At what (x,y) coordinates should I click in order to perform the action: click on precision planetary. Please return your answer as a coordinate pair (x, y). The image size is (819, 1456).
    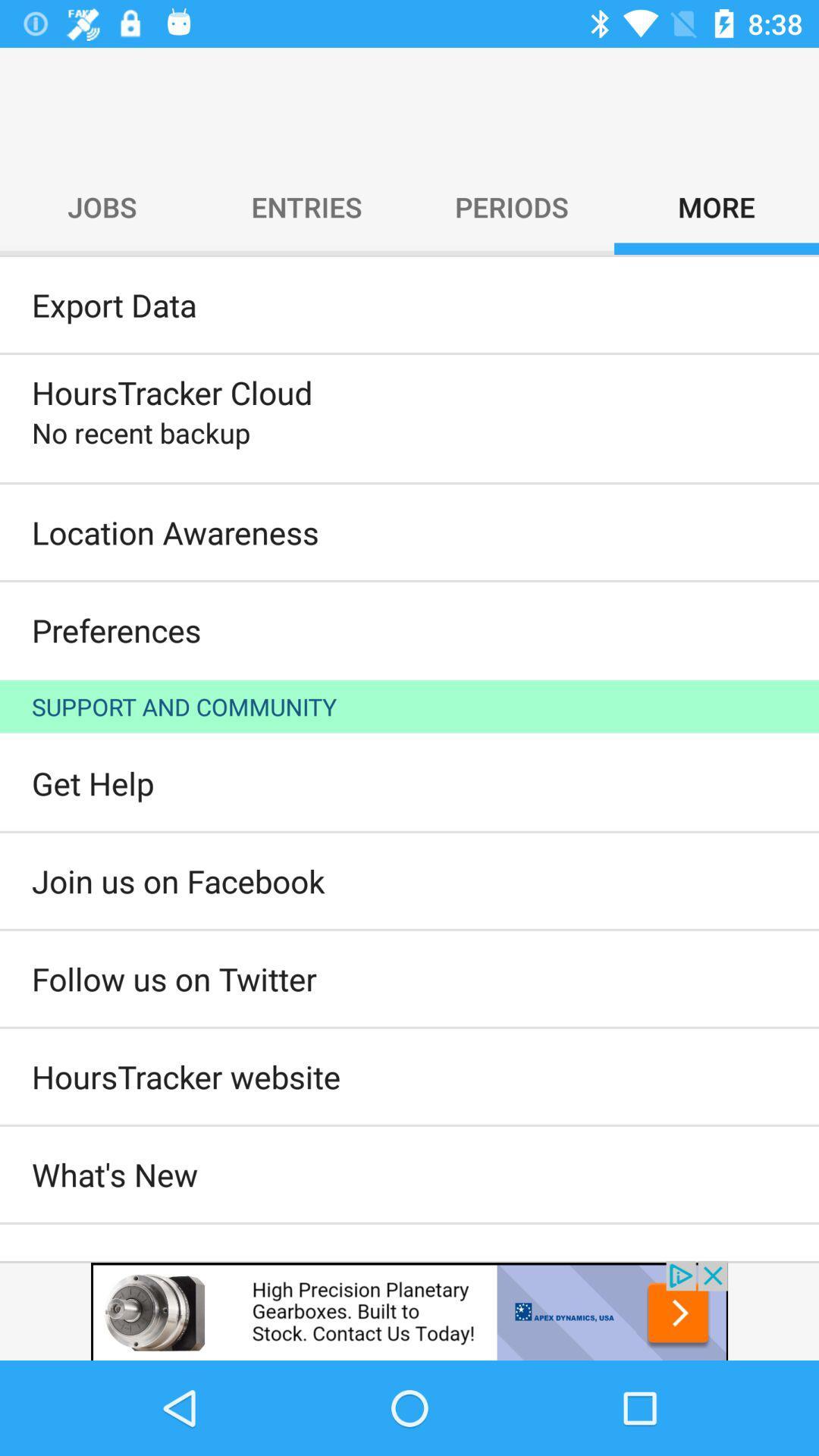
    Looking at the image, I should click on (409, 1310).